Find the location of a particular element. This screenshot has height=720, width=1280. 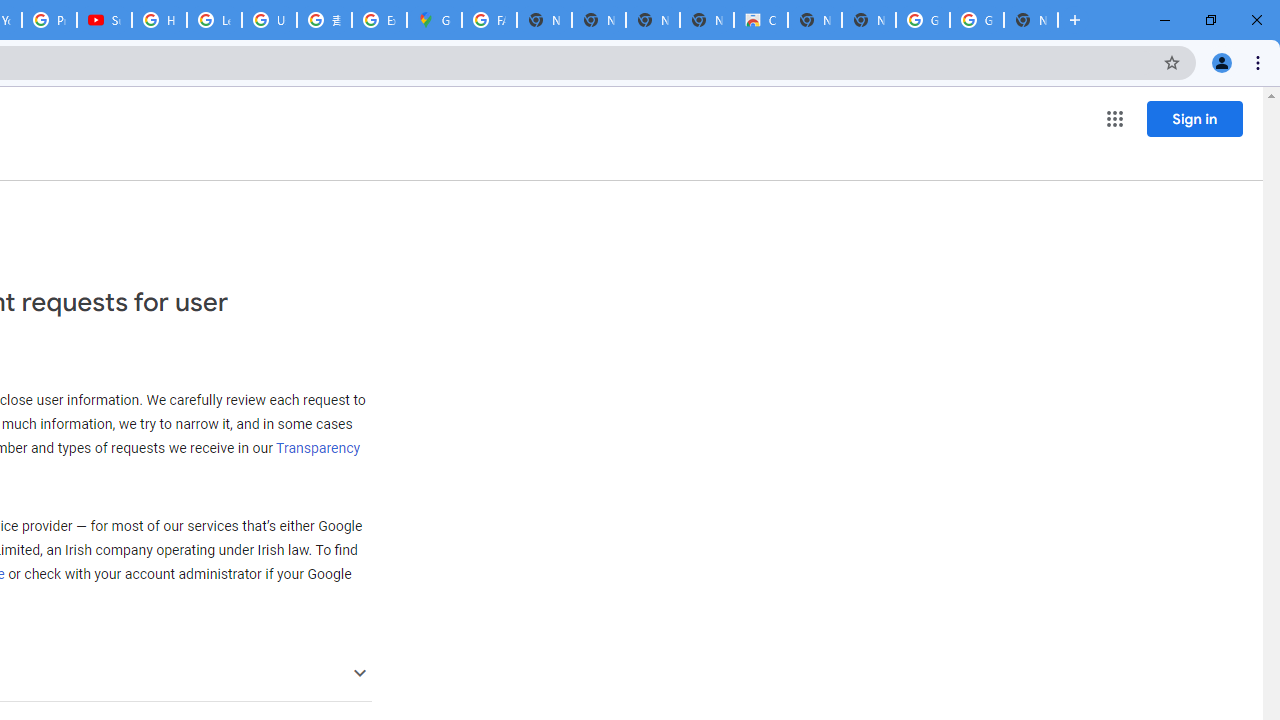

'Google Images' is located at coordinates (921, 20).